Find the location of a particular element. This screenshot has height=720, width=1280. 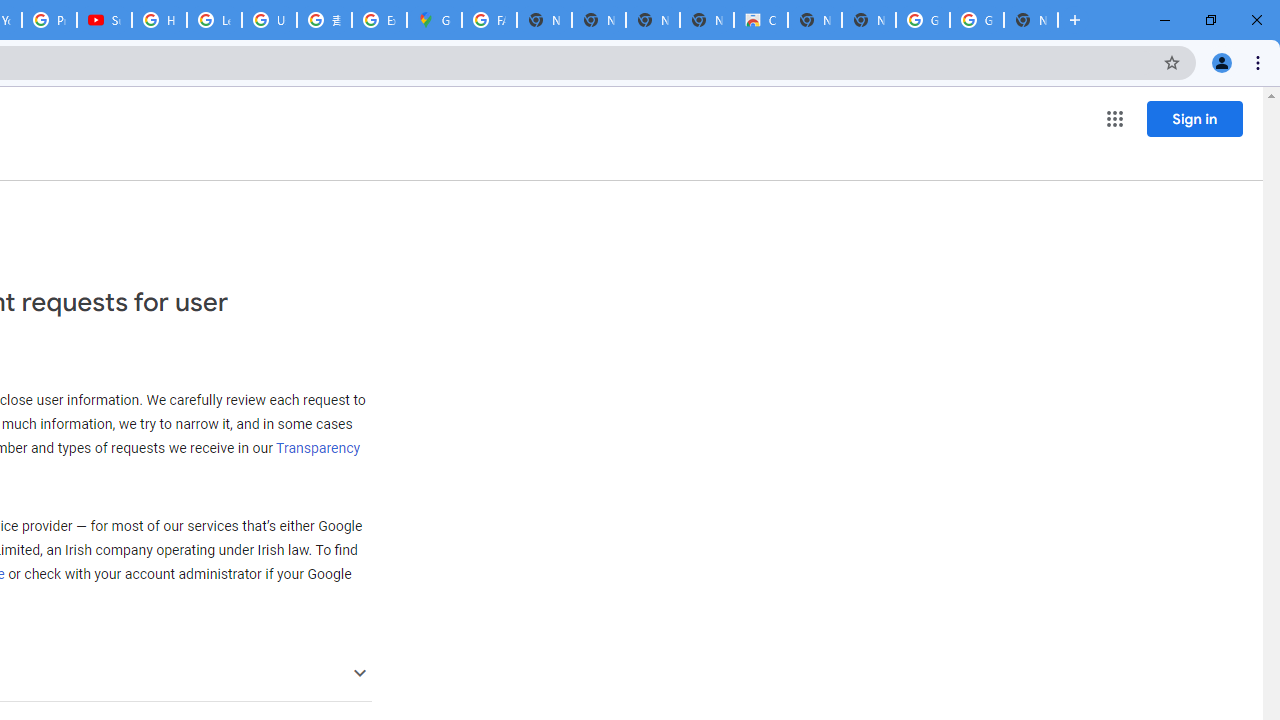

'Google Images' is located at coordinates (921, 20).